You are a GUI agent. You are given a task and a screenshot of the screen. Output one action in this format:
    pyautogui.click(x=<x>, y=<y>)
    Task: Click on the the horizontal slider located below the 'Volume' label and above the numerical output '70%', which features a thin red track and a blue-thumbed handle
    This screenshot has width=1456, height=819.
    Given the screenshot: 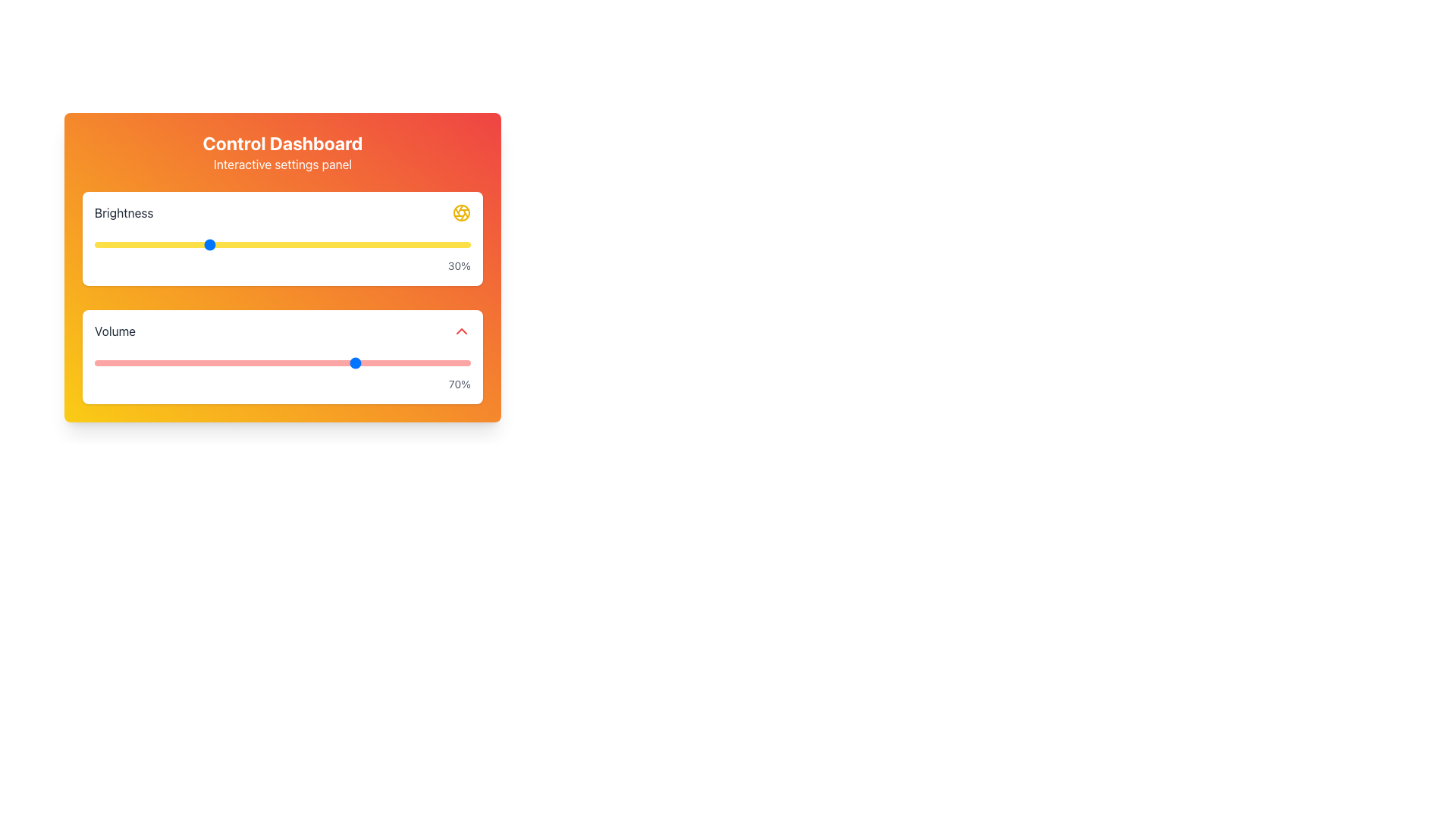 What is the action you would take?
    pyautogui.click(x=283, y=362)
    